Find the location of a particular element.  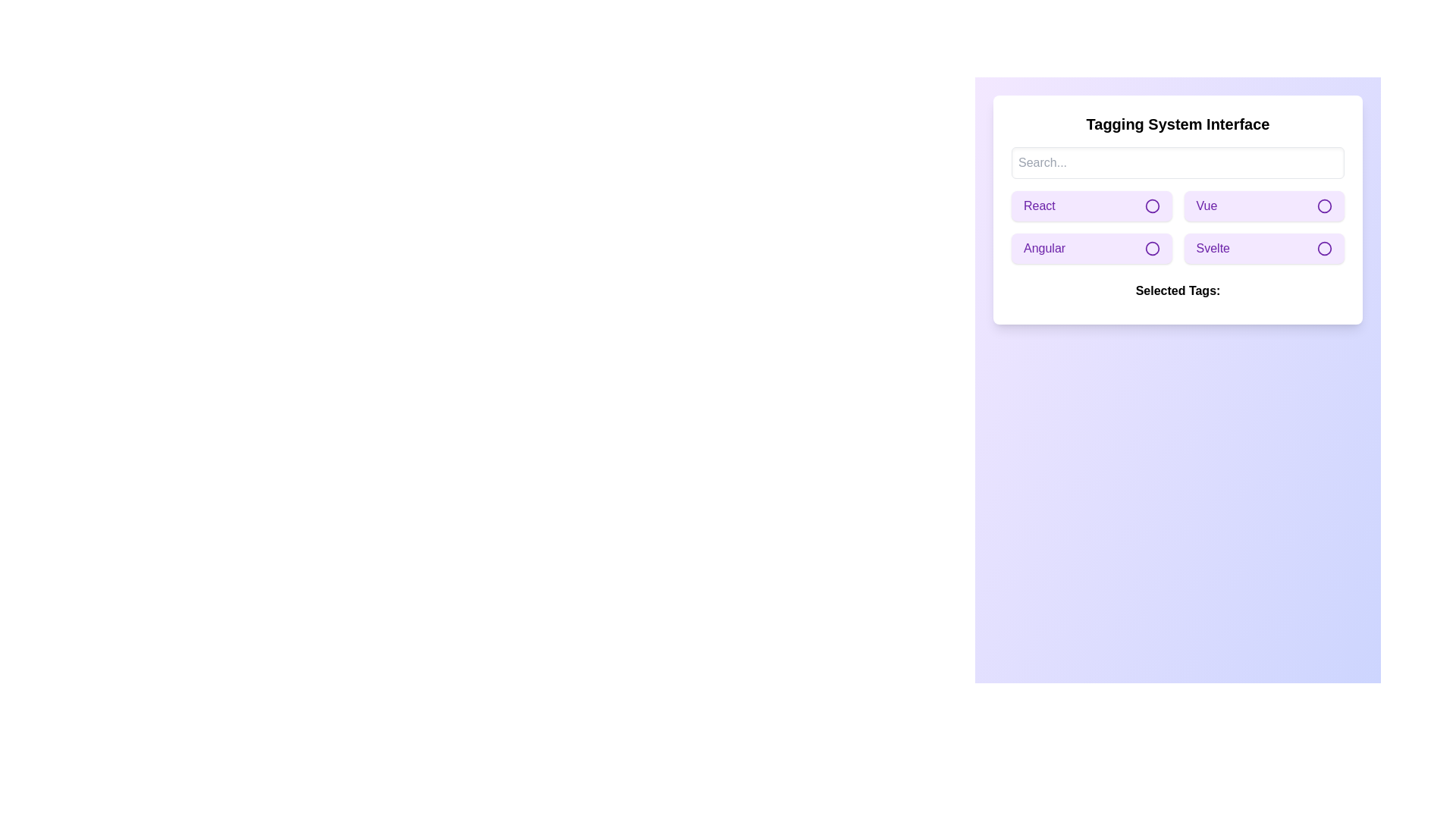

the selectable button for the Angular framework, which is the third button in a 2x2 grid layout is located at coordinates (1090, 247).